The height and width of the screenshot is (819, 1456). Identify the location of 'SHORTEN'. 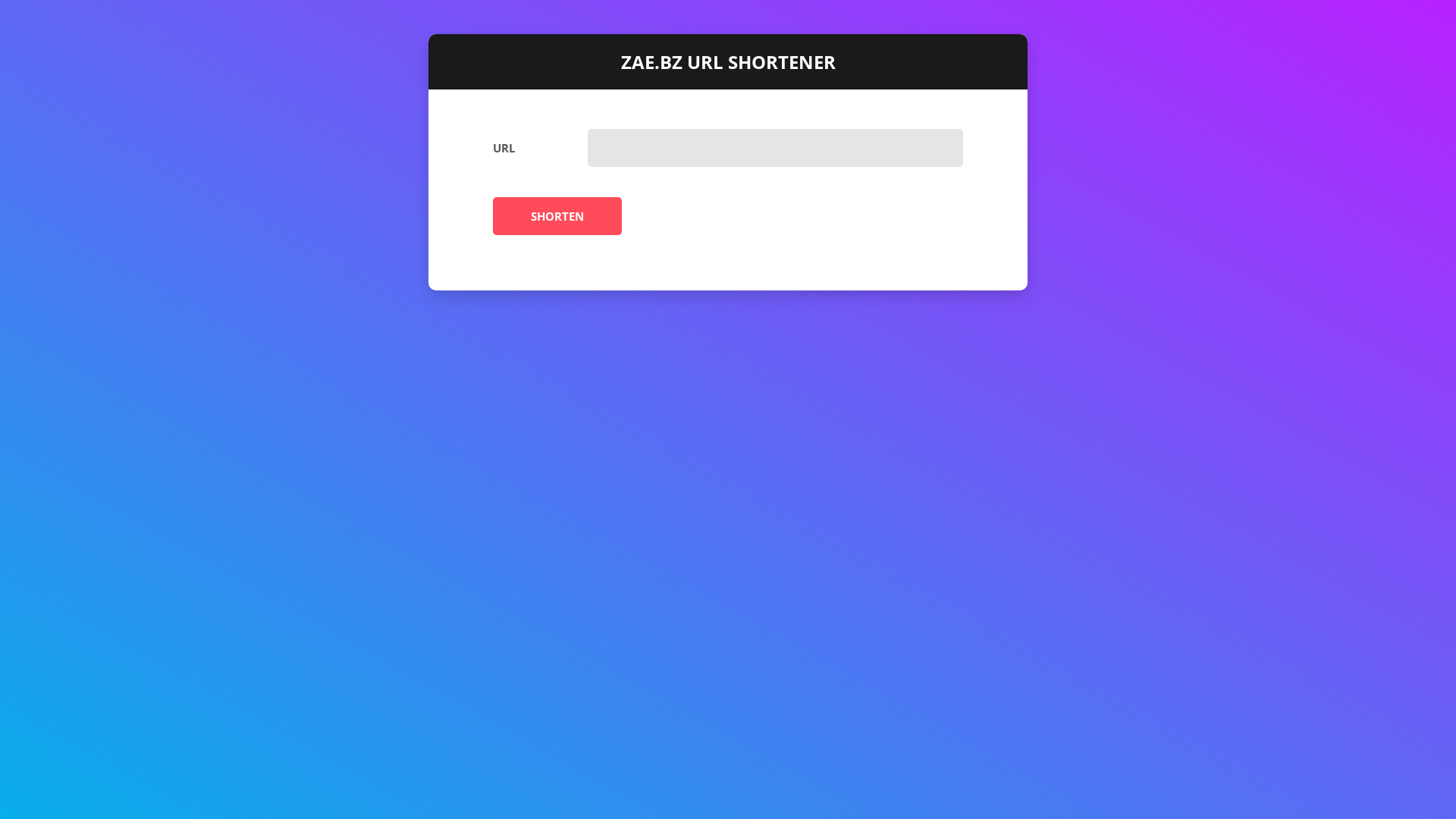
(556, 216).